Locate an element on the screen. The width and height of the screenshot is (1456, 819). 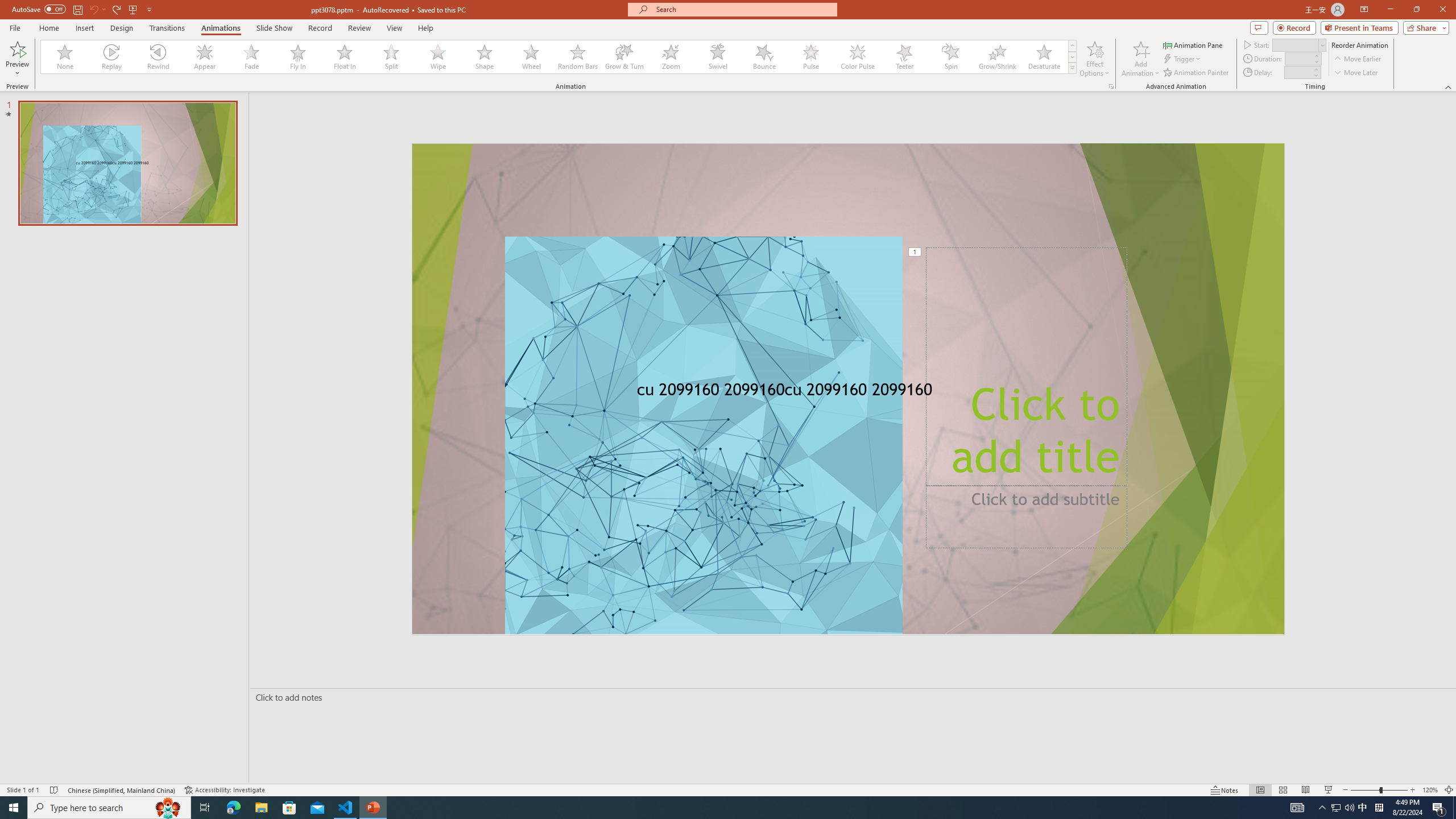
'Rewind' is located at coordinates (158, 56).